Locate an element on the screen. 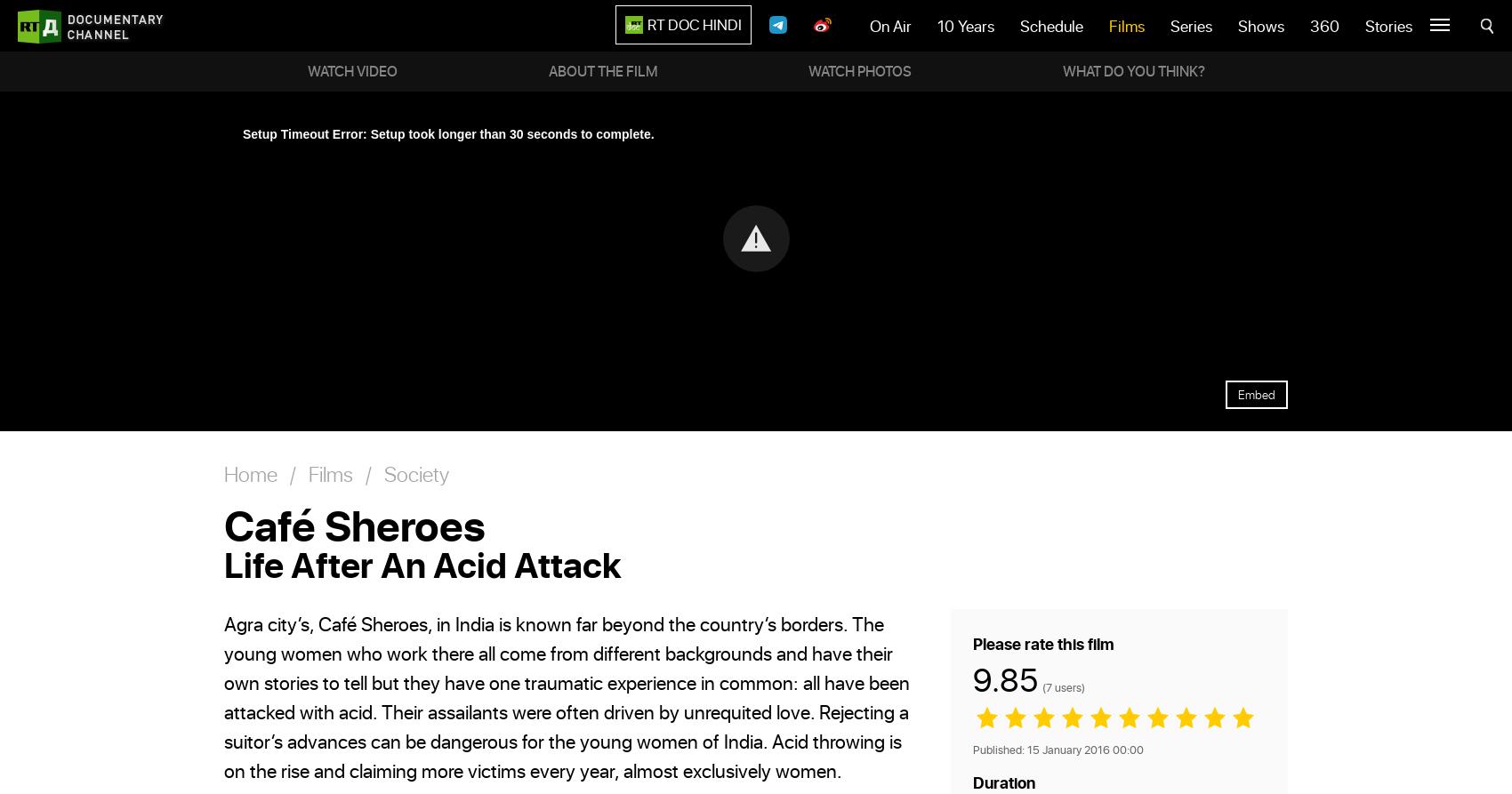 This screenshot has width=1512, height=794. 'Published: 15 January 2016 00:00' is located at coordinates (972, 748).